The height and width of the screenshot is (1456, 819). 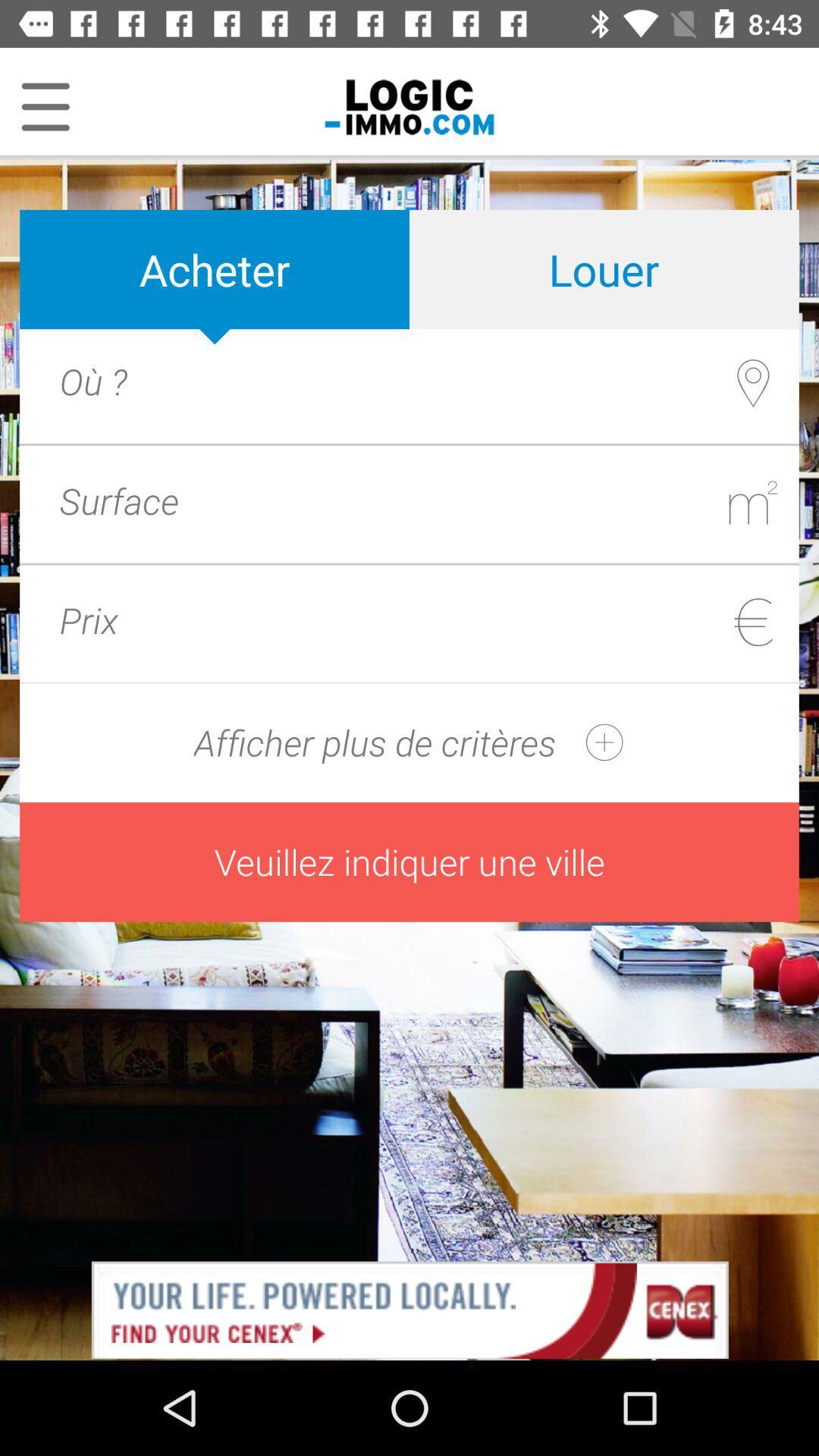 I want to click on advisement, so click(x=409, y=1308).